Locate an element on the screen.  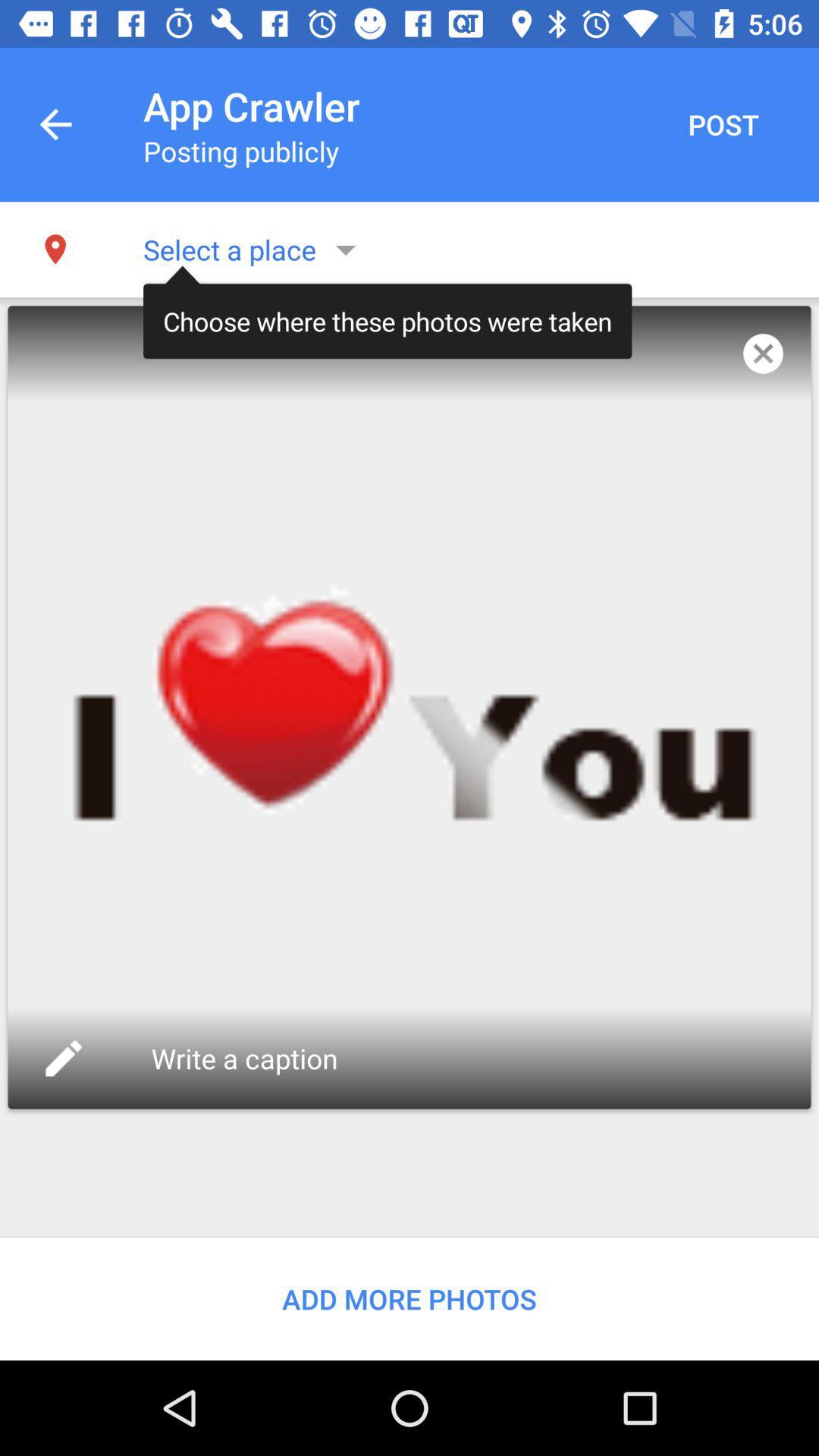
post item is located at coordinates (722, 124).